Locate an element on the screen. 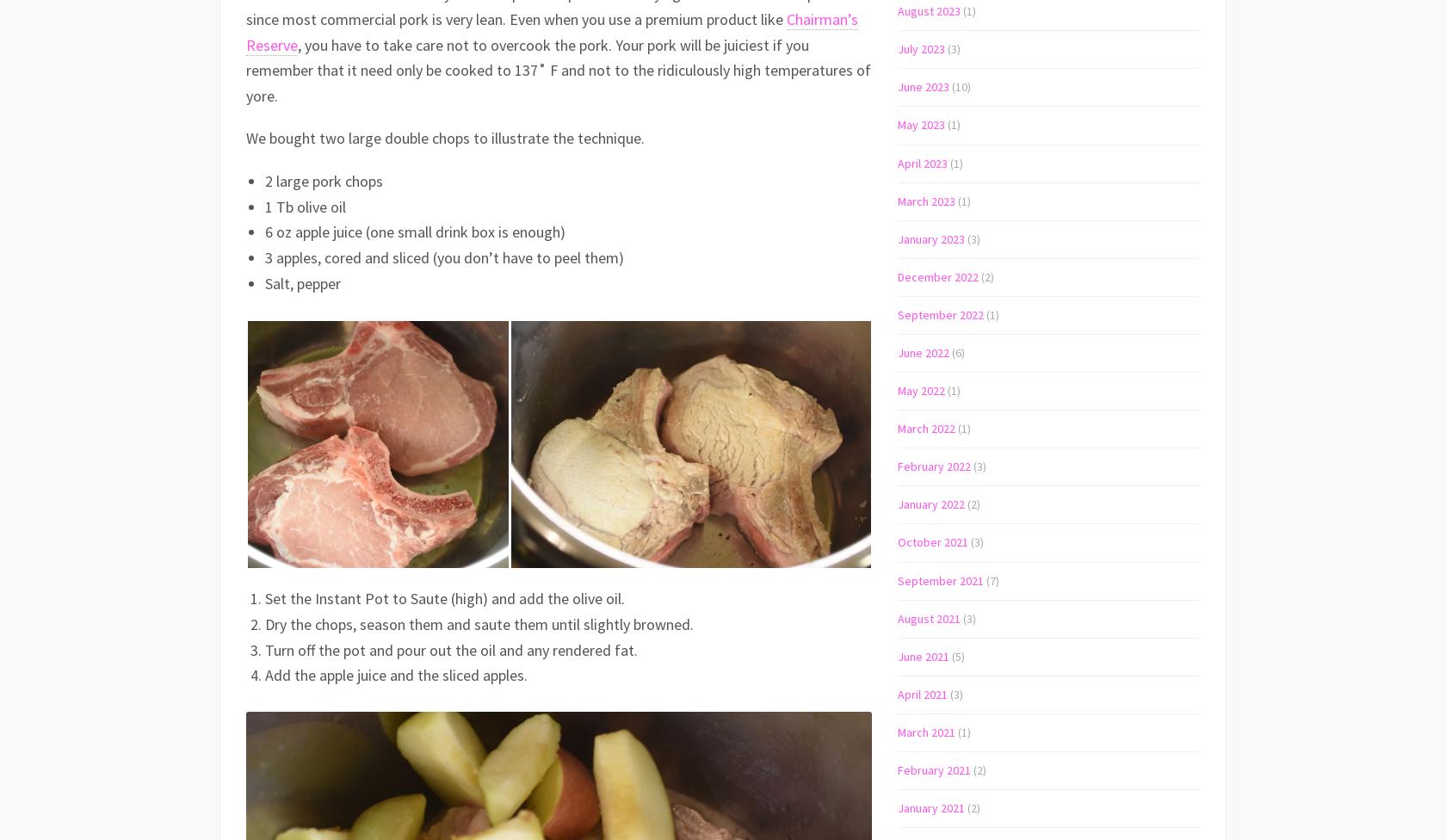 The image size is (1446, 840). 'May 2022' is located at coordinates (921, 390).